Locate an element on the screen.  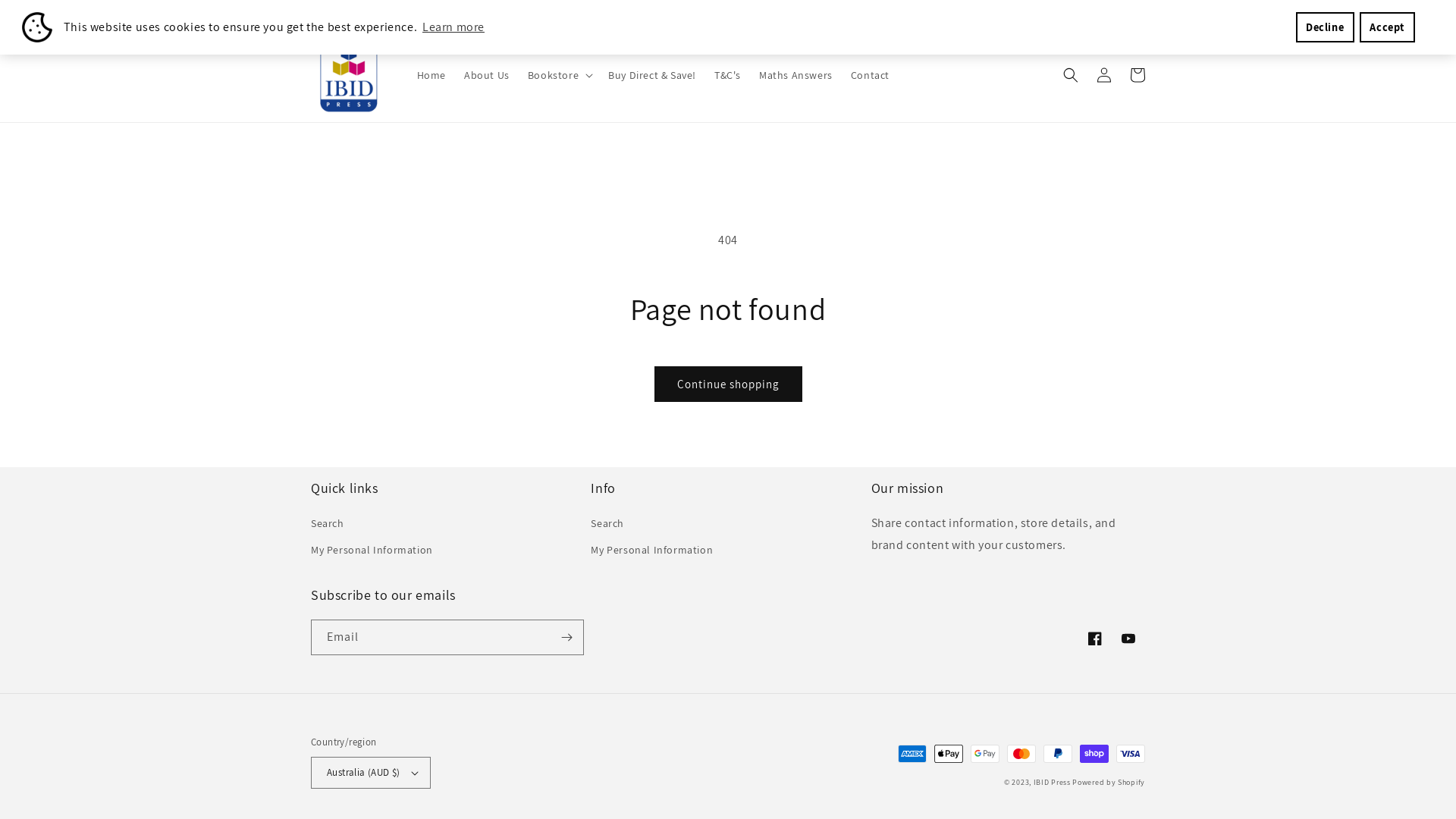
'YouTube' is located at coordinates (1128, 638).